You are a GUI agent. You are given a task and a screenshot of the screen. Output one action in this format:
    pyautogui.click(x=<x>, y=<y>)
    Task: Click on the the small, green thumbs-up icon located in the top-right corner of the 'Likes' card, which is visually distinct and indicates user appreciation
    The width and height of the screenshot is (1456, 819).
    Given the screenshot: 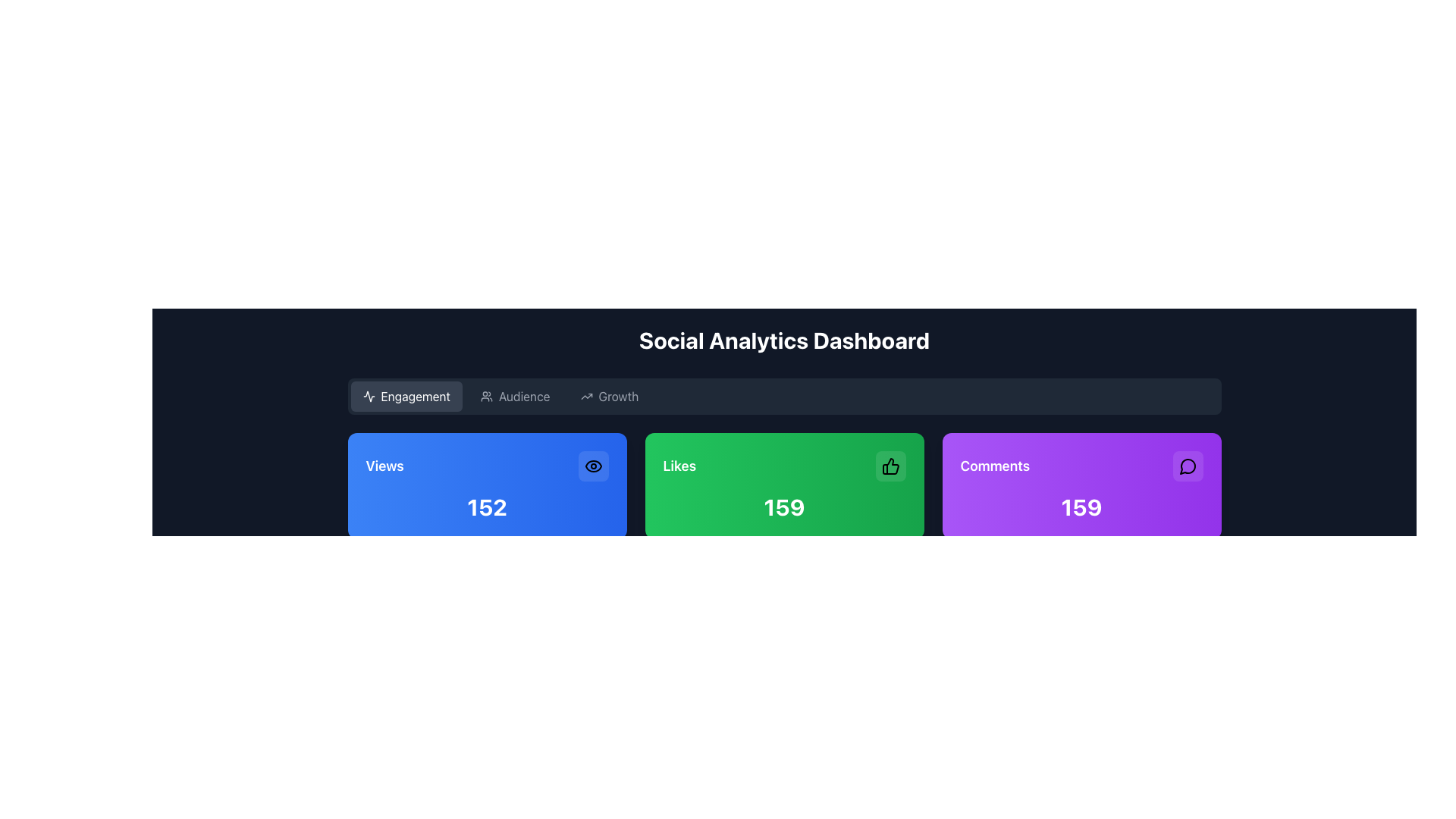 What is the action you would take?
    pyautogui.click(x=890, y=465)
    